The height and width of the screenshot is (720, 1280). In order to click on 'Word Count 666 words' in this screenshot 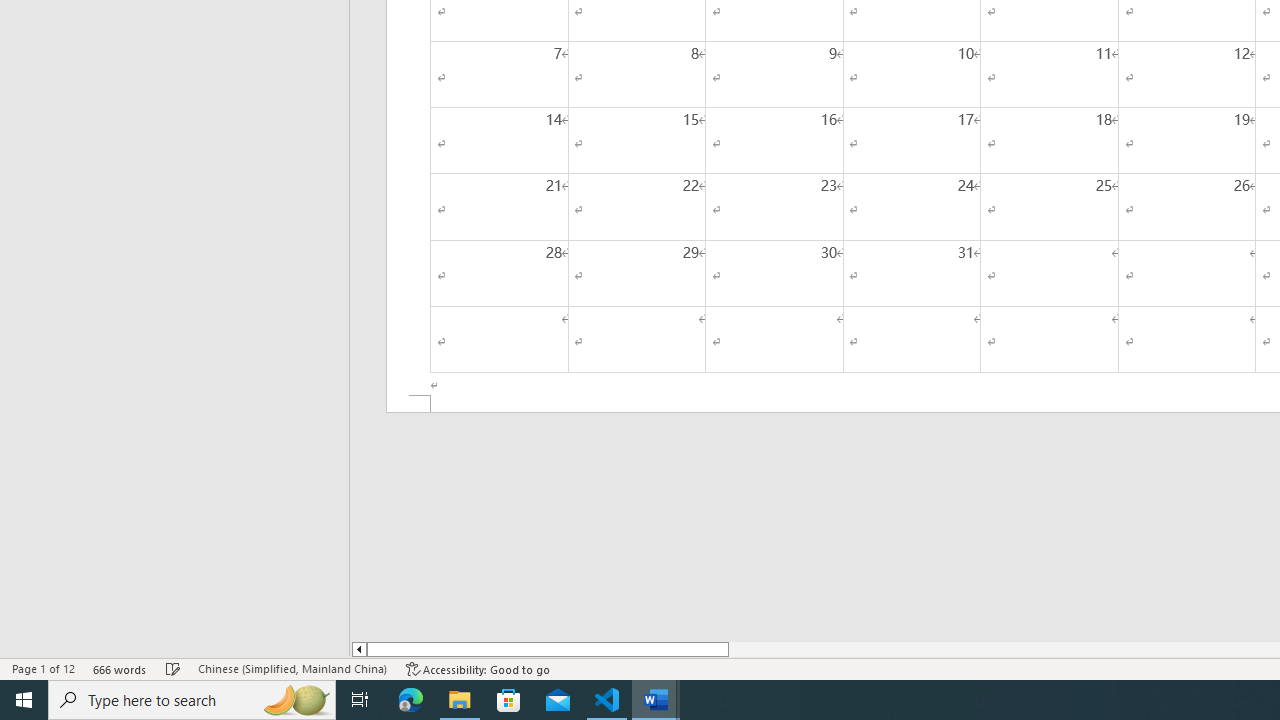, I will do `click(119, 669)`.